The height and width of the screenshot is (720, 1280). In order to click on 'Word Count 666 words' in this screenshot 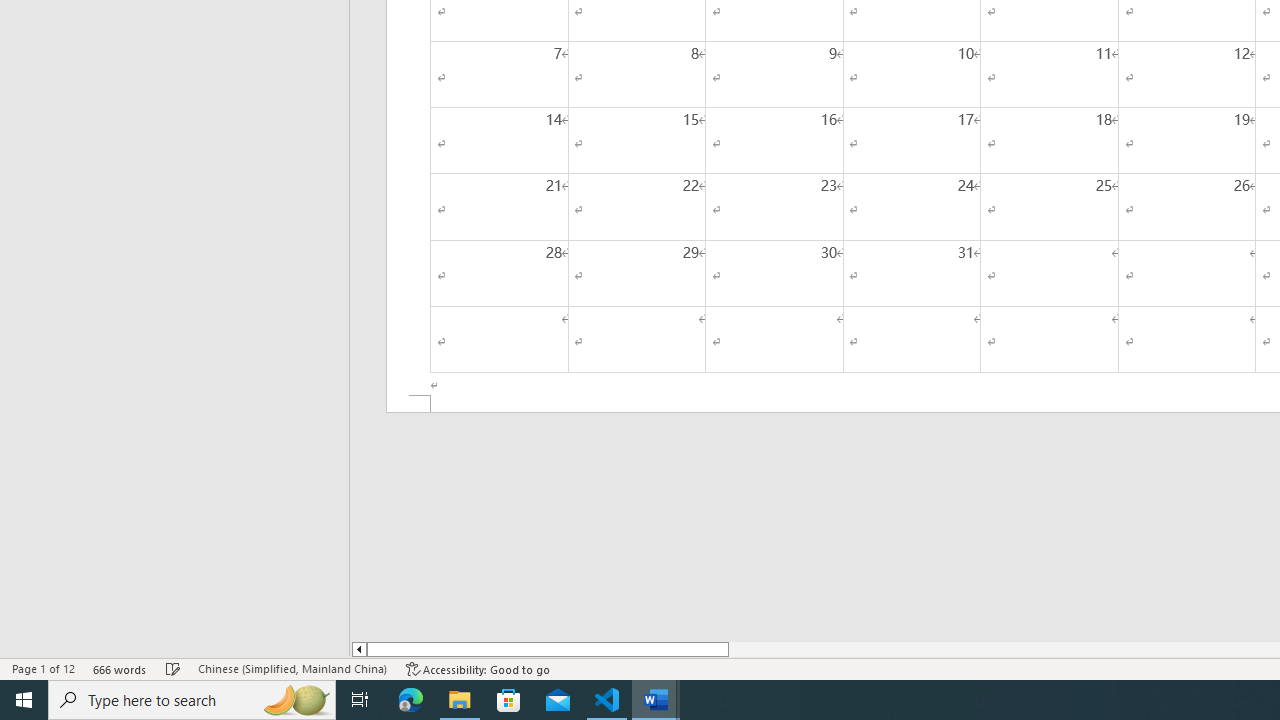, I will do `click(119, 669)`.